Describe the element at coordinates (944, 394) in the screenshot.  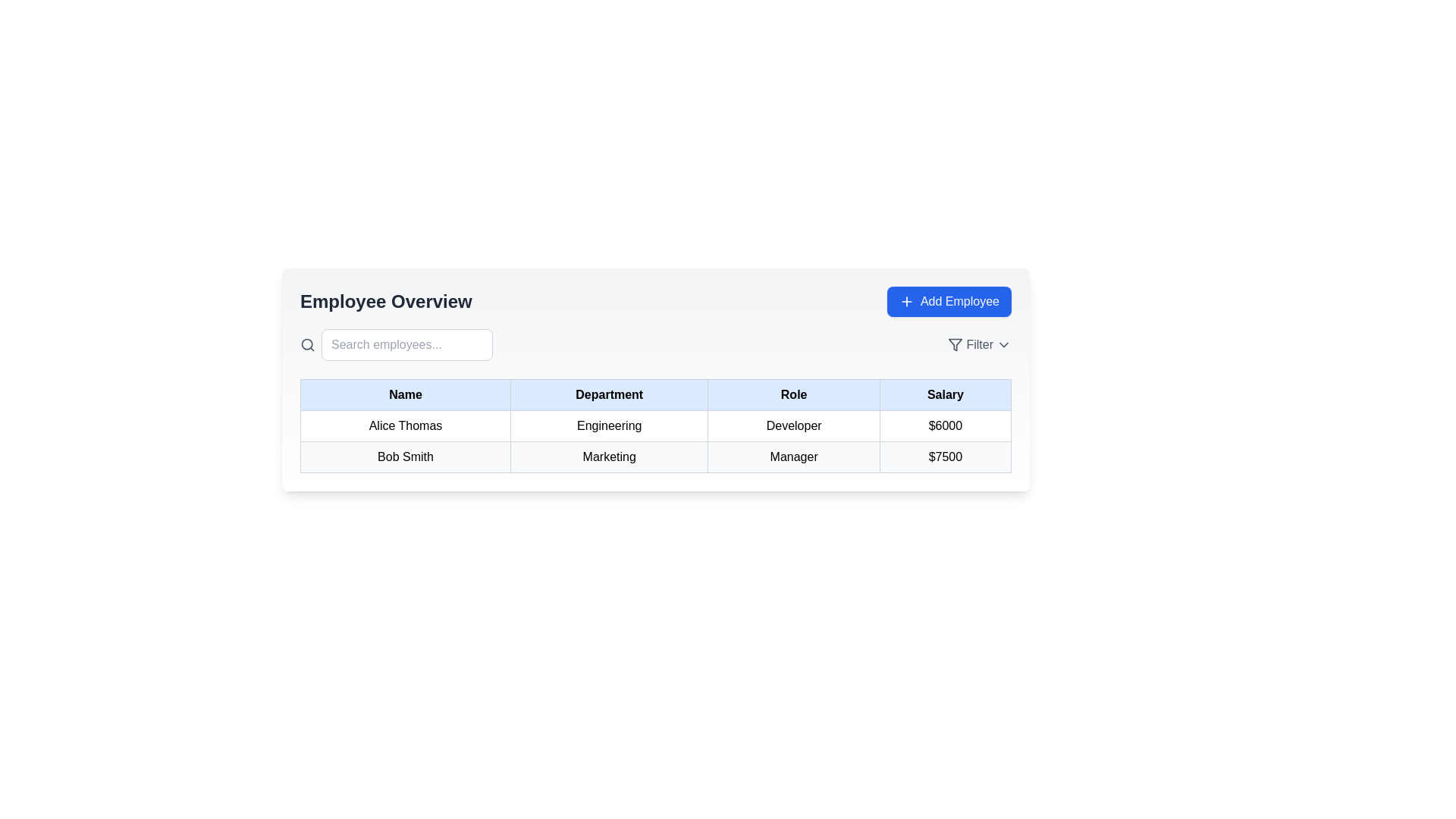
I see `the table header cell labeled 'Salary' which is the fourth cell in the header row with a light blue background and bold centered text` at that location.